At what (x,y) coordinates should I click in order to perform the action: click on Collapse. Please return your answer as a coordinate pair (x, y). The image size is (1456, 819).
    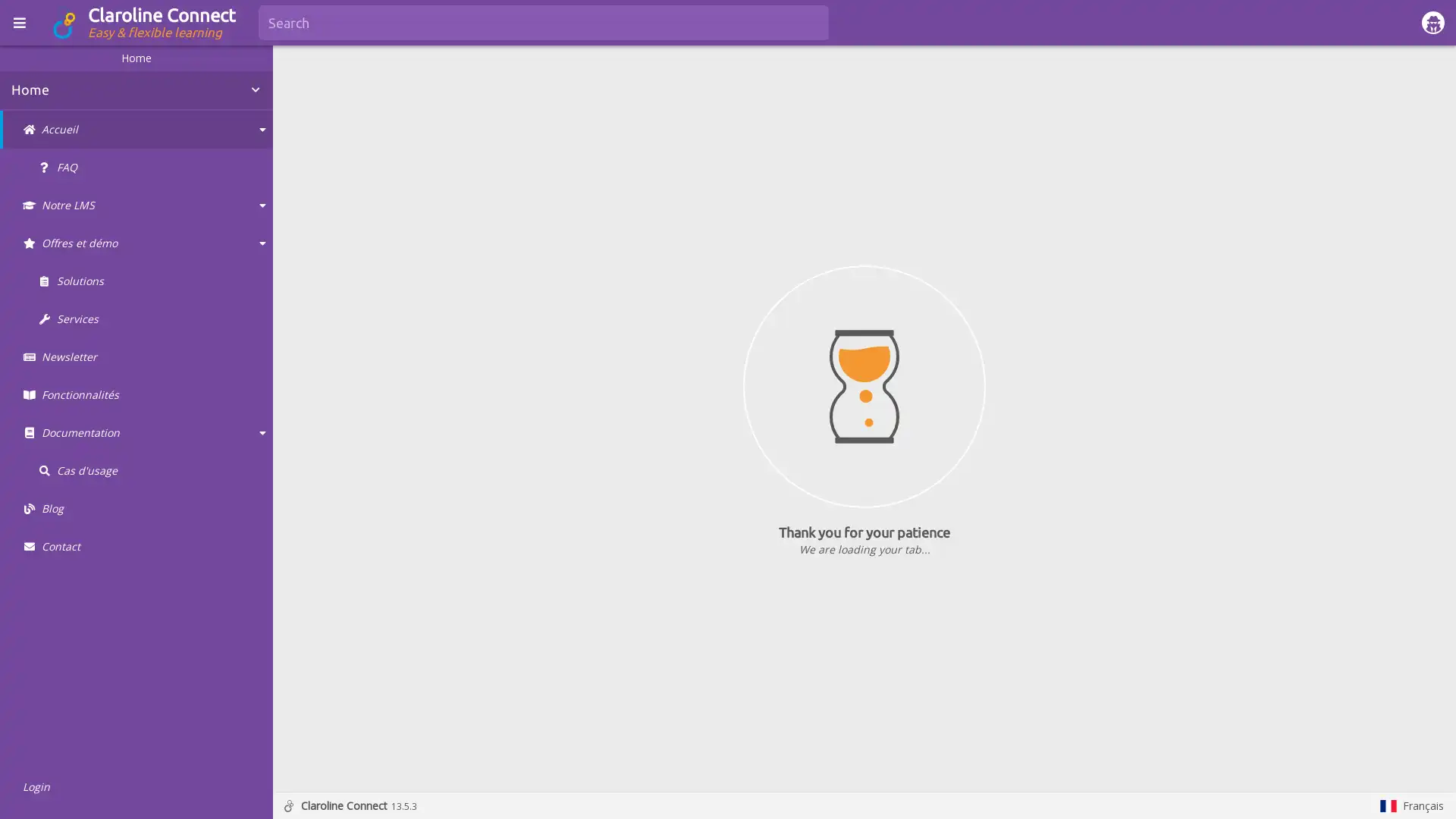
    Looking at the image, I should click on (262, 432).